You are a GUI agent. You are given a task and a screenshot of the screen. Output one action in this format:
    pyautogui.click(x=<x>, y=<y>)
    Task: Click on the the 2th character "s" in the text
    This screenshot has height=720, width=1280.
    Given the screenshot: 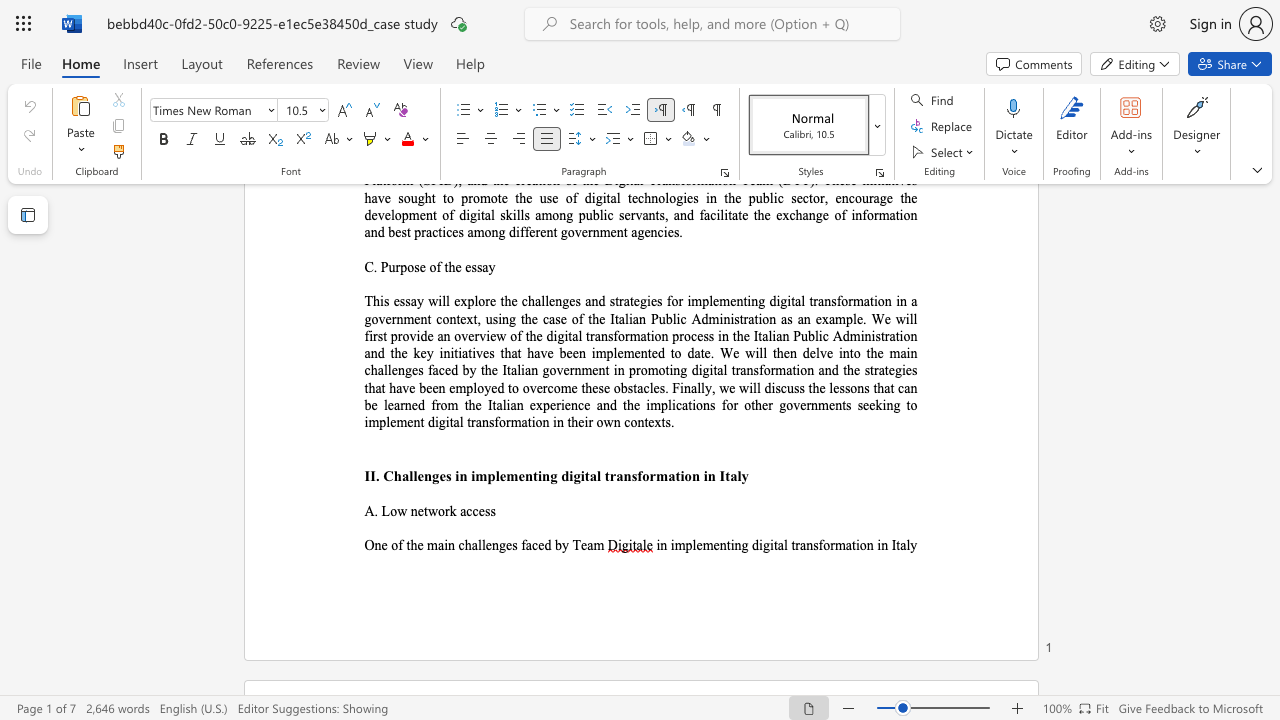 What is the action you would take?
    pyautogui.click(x=493, y=510)
    